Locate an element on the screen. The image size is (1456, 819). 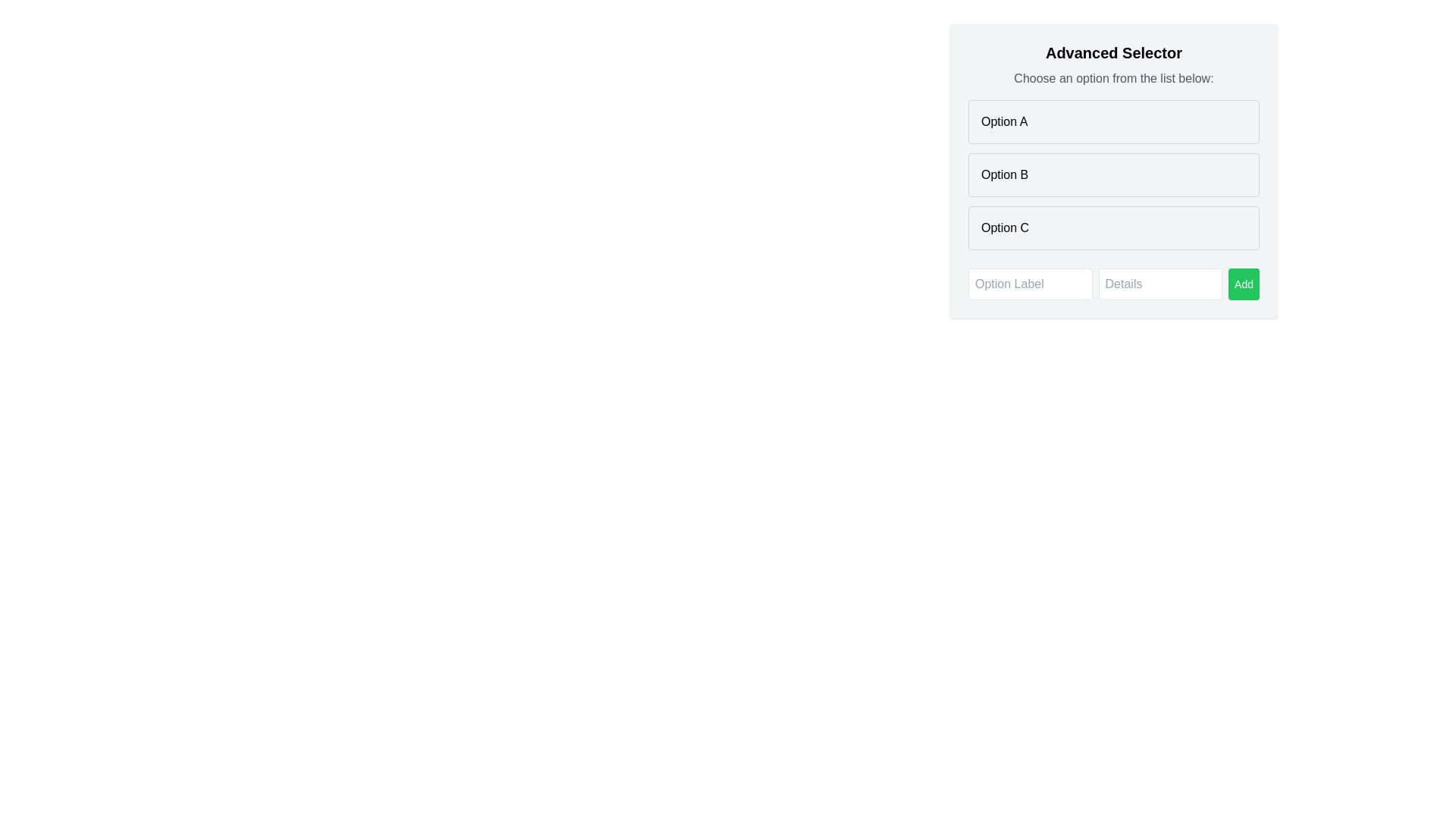
the 'Option B' button, which is a rectangular button with a border and a lightly colored background is located at coordinates (1113, 171).